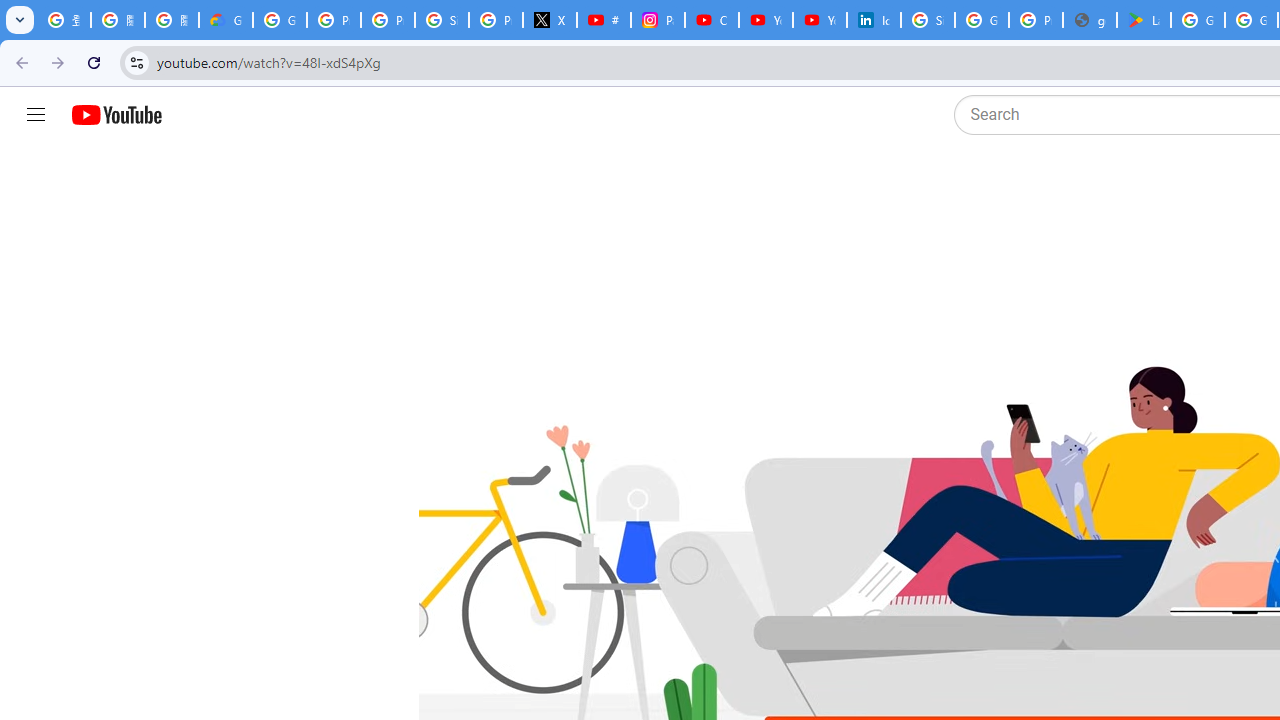  Describe the element at coordinates (1088, 20) in the screenshot. I see `'google_privacy_policy_en.pdf'` at that location.